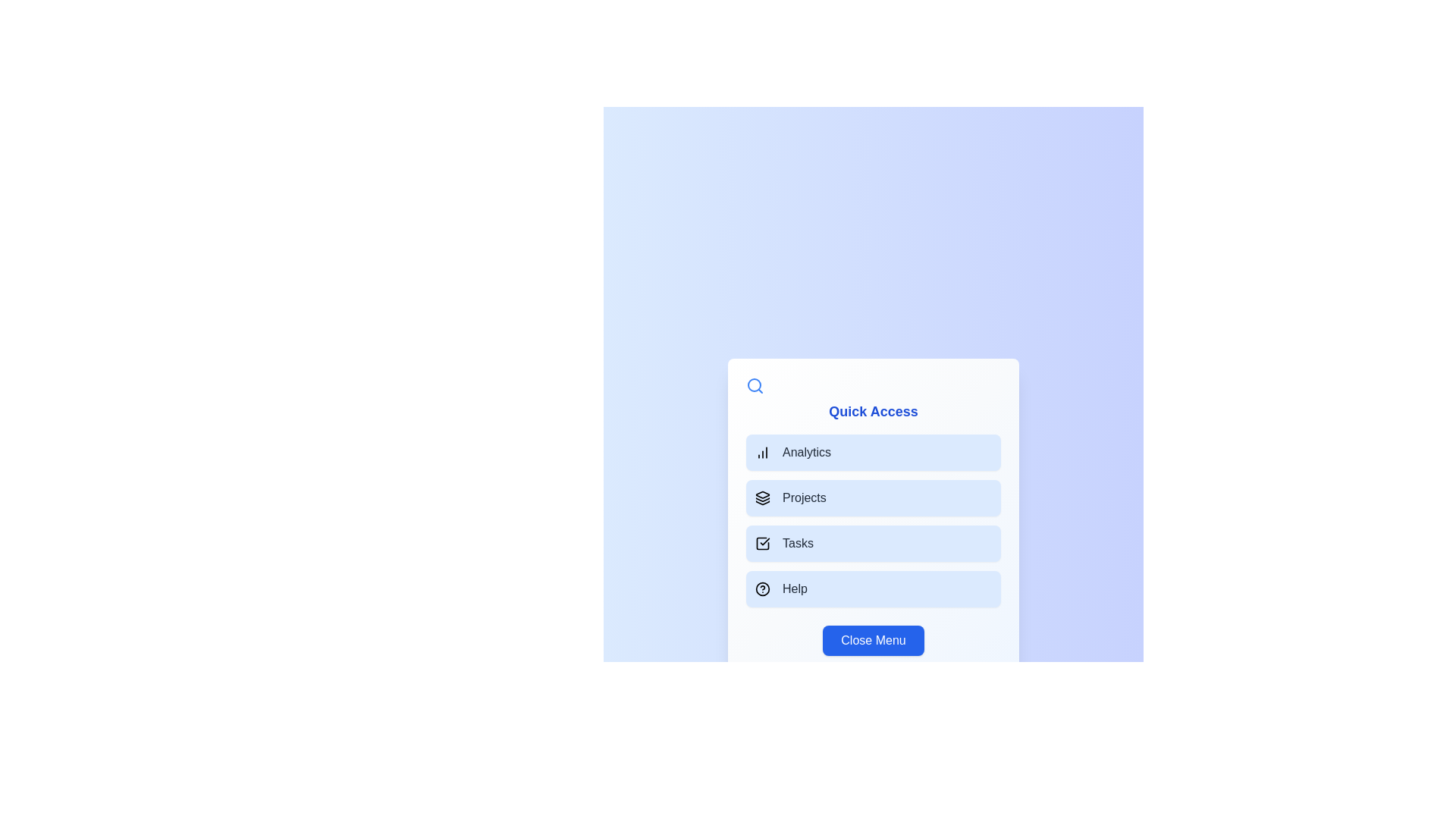 This screenshot has width=1456, height=819. Describe the element at coordinates (874, 588) in the screenshot. I see `the menu option Help to navigate to its respective section` at that location.